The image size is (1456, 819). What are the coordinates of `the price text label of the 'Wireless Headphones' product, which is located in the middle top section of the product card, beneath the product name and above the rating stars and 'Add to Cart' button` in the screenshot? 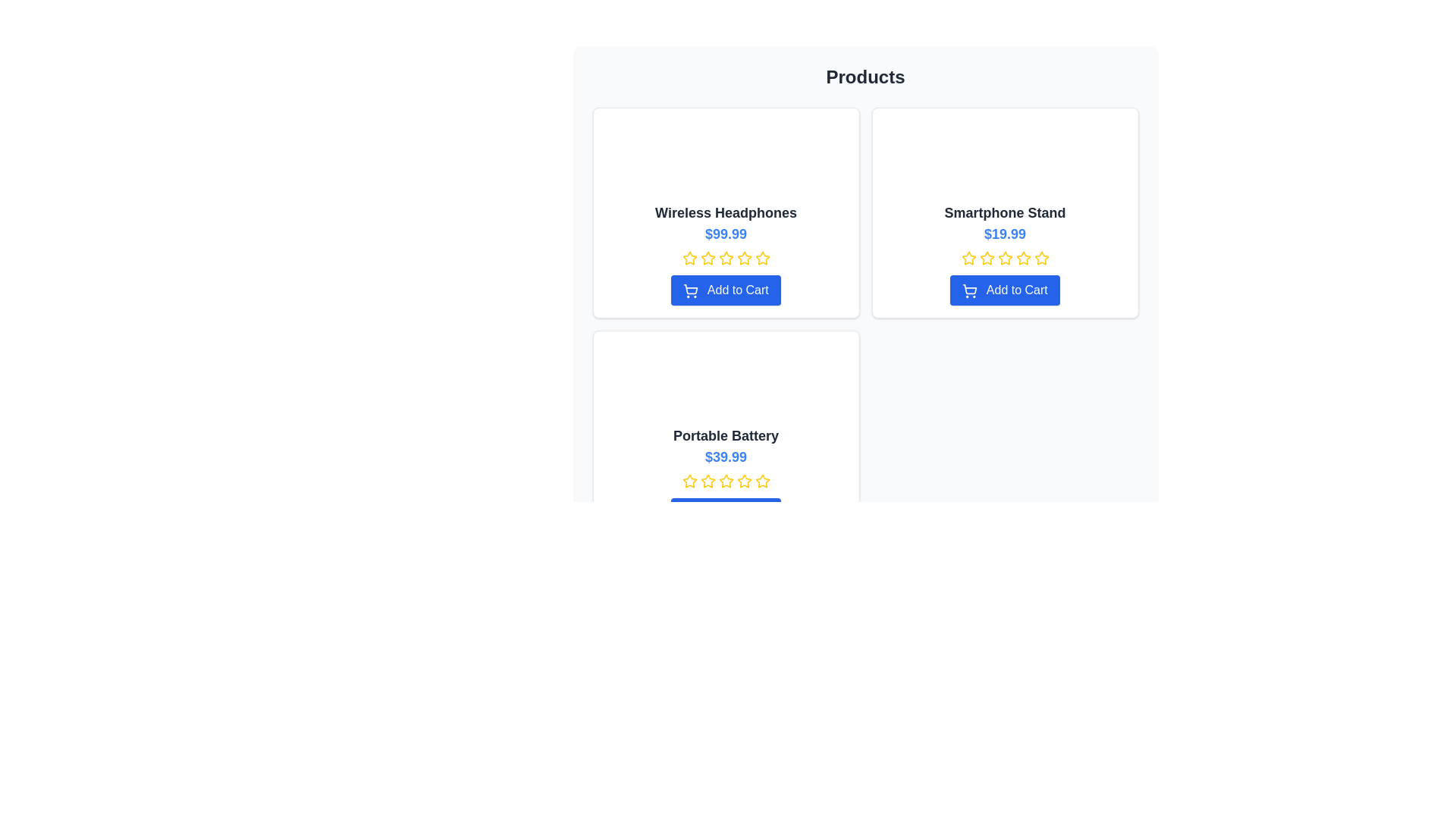 It's located at (725, 234).